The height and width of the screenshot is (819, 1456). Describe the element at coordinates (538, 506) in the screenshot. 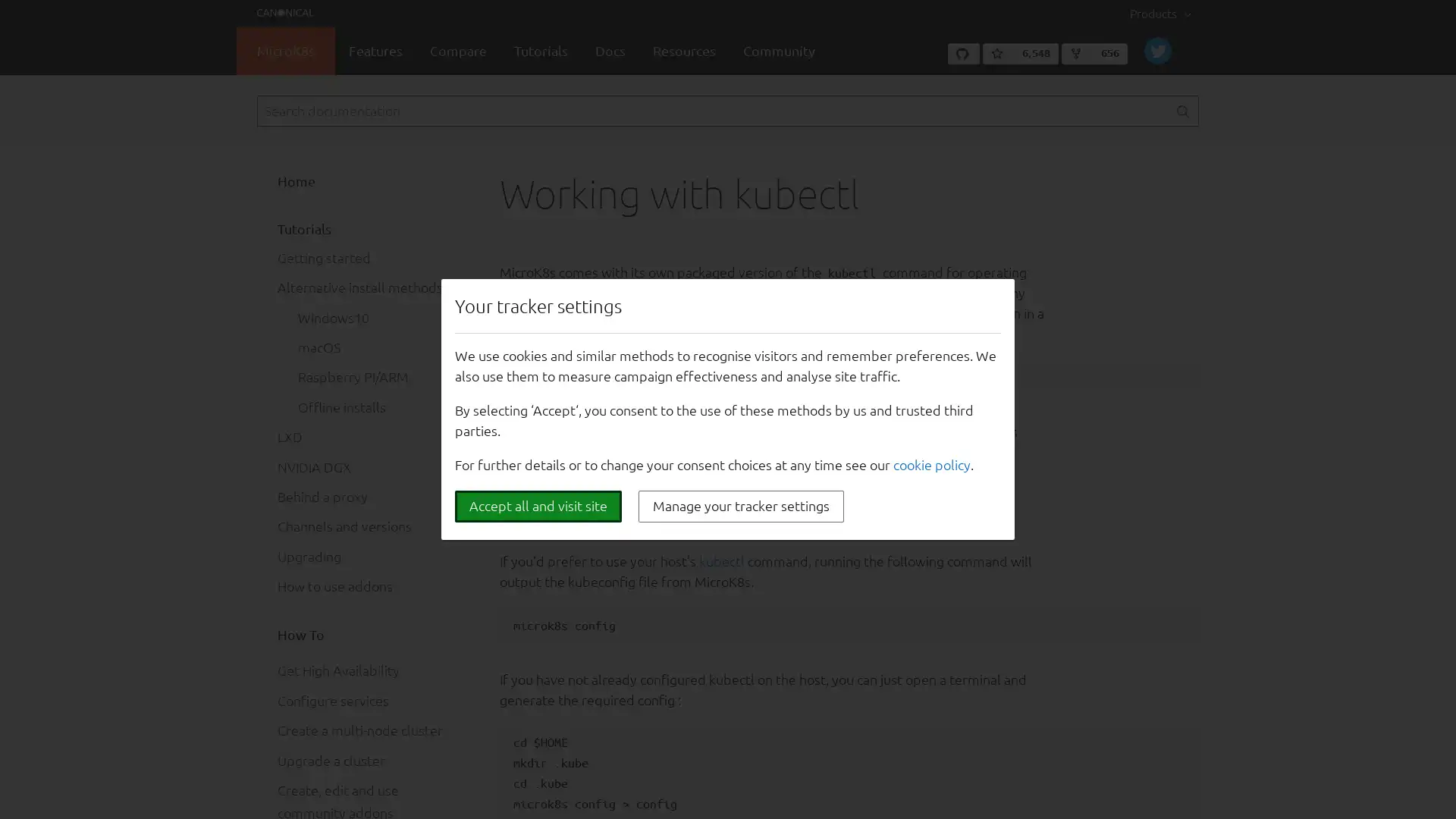

I see `Accept all and visit site` at that location.